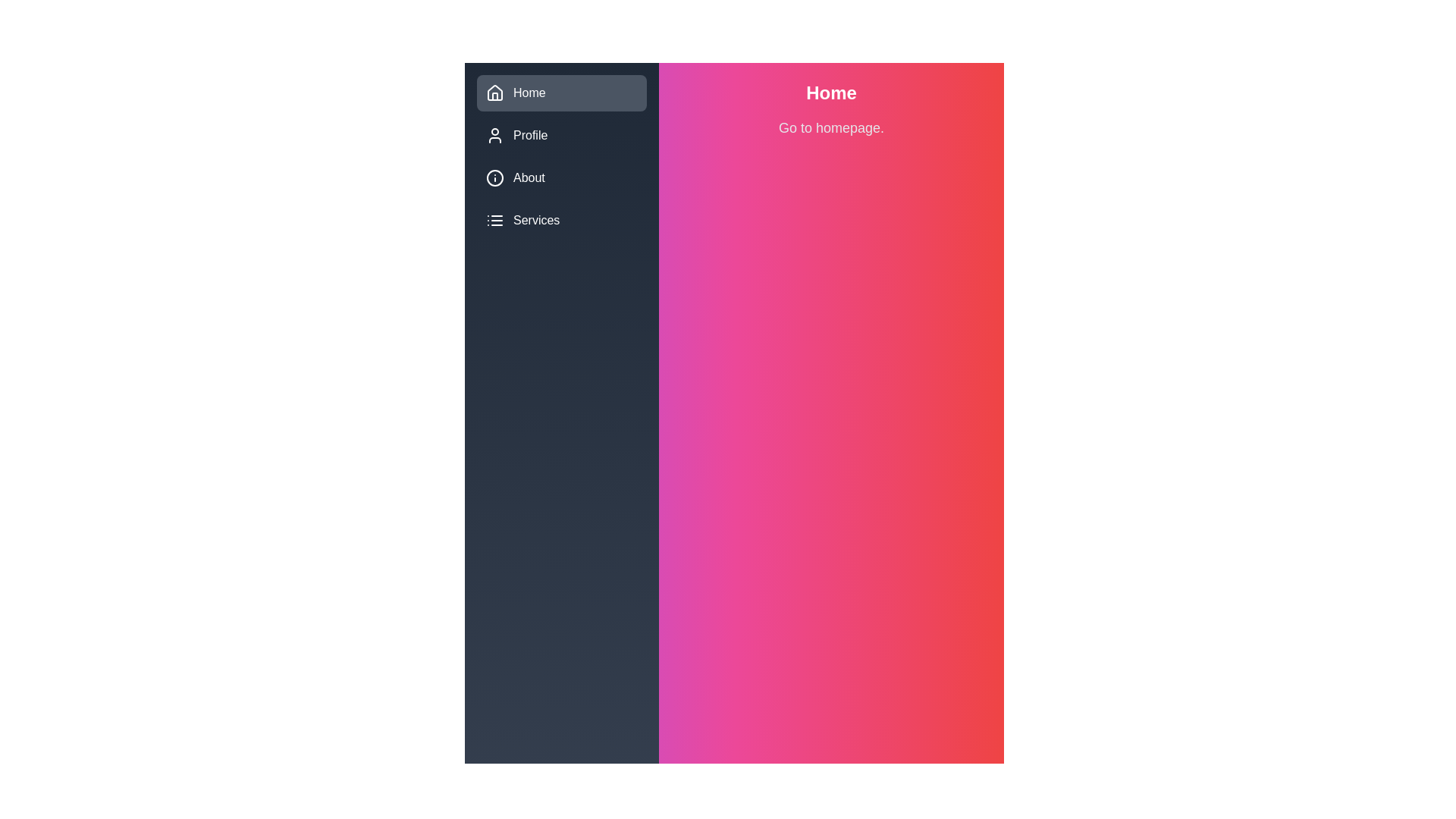 The height and width of the screenshot is (819, 1456). Describe the element at coordinates (560, 220) in the screenshot. I see `the menu item Services` at that location.